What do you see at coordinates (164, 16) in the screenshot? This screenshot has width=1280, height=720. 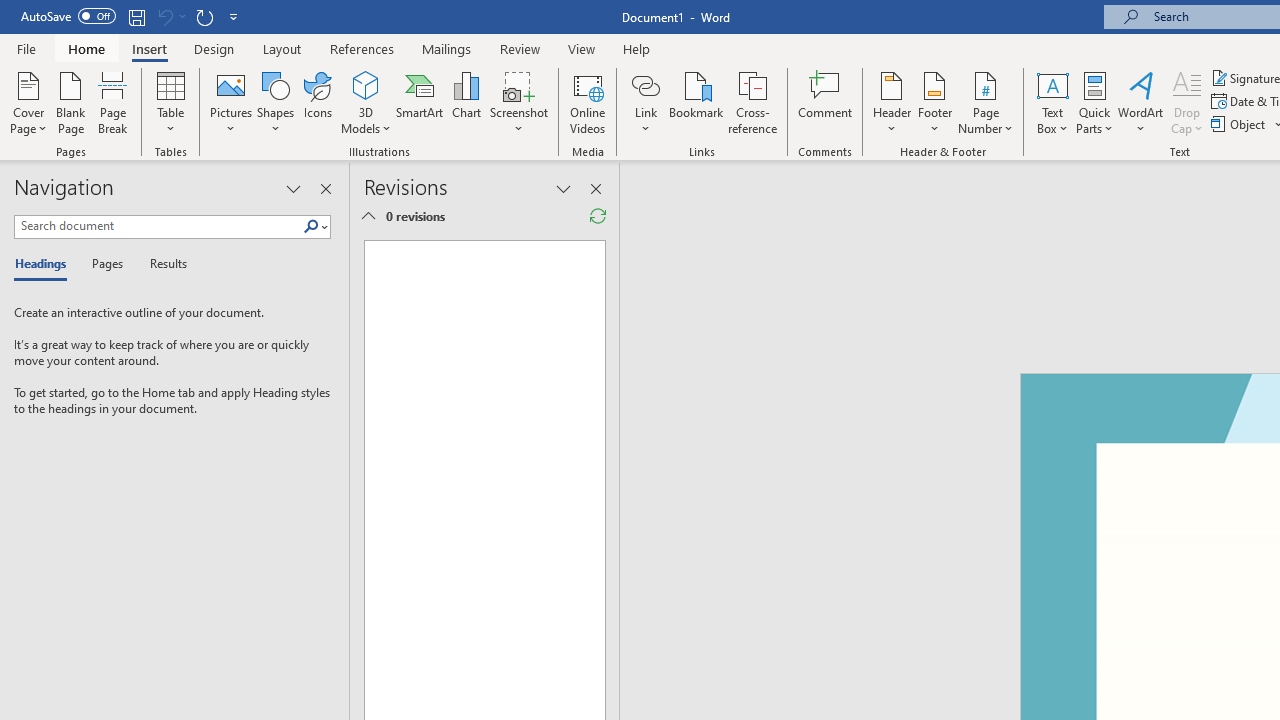 I see `'Can'` at bounding box center [164, 16].